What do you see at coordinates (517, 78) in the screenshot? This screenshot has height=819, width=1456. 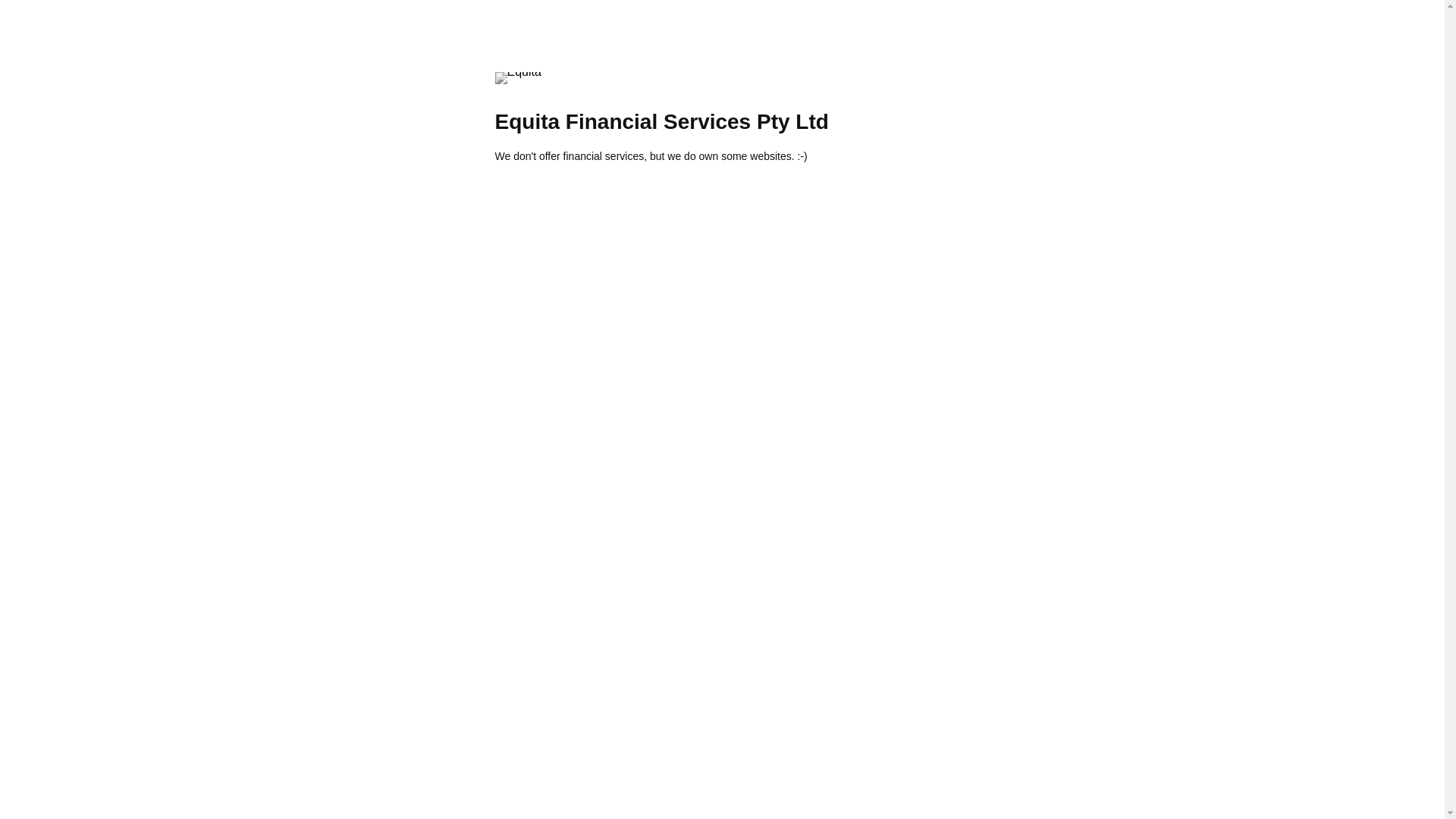 I see `'Equita'` at bounding box center [517, 78].